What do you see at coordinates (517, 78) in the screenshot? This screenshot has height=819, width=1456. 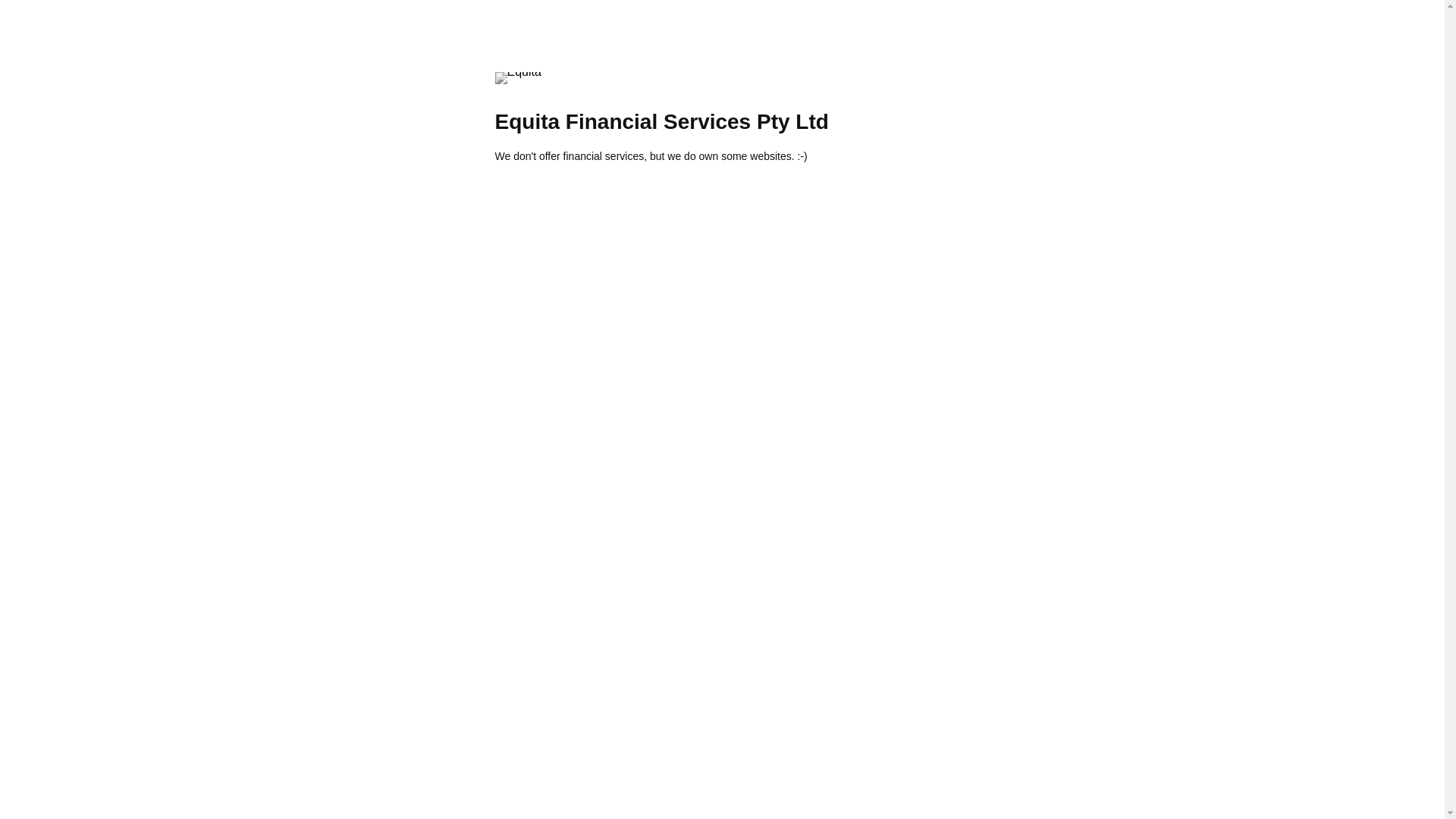 I see `'Equita'` at bounding box center [517, 78].